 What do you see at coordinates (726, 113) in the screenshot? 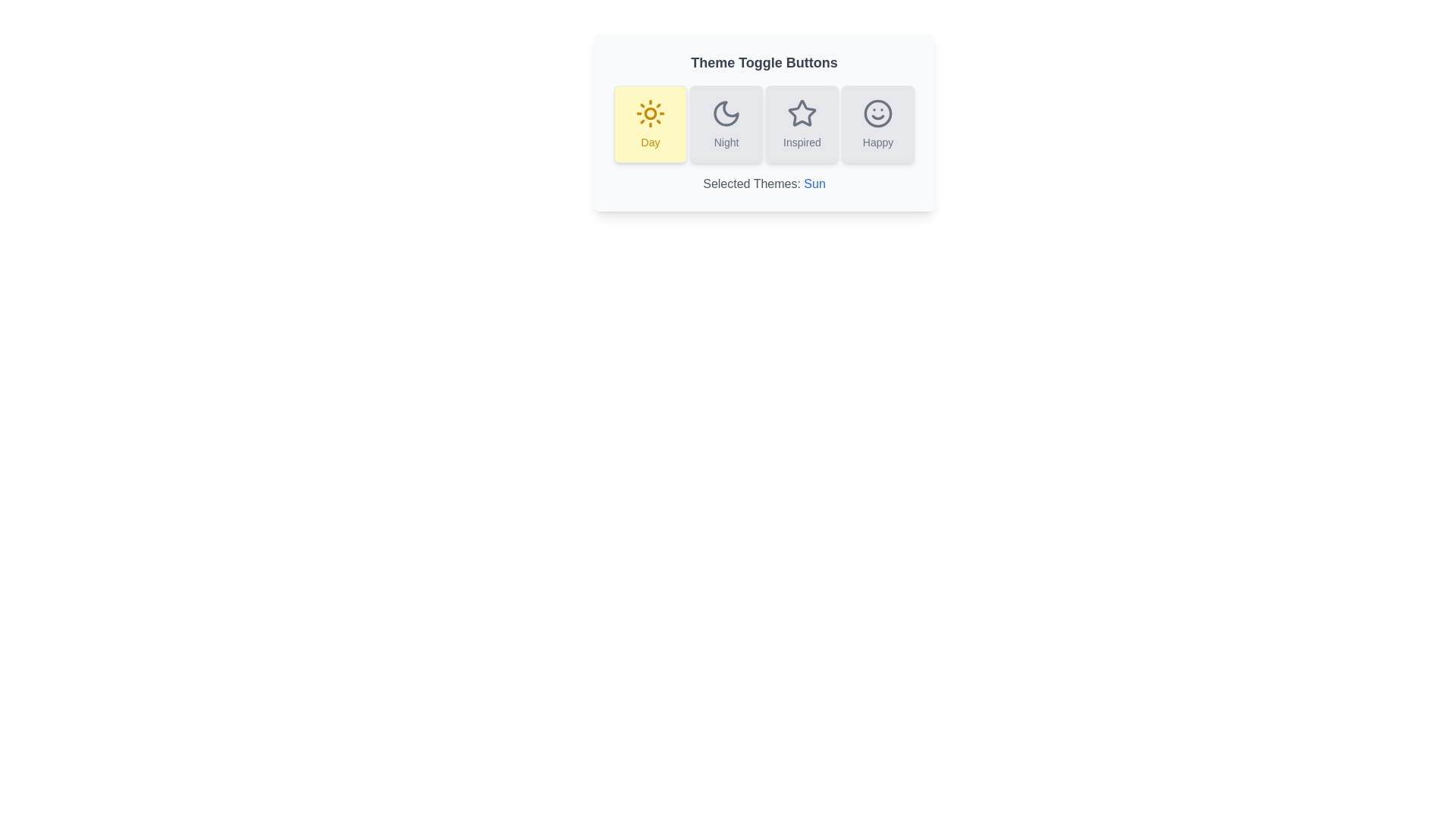
I see `the 'Night' theme toggle button icon` at bounding box center [726, 113].